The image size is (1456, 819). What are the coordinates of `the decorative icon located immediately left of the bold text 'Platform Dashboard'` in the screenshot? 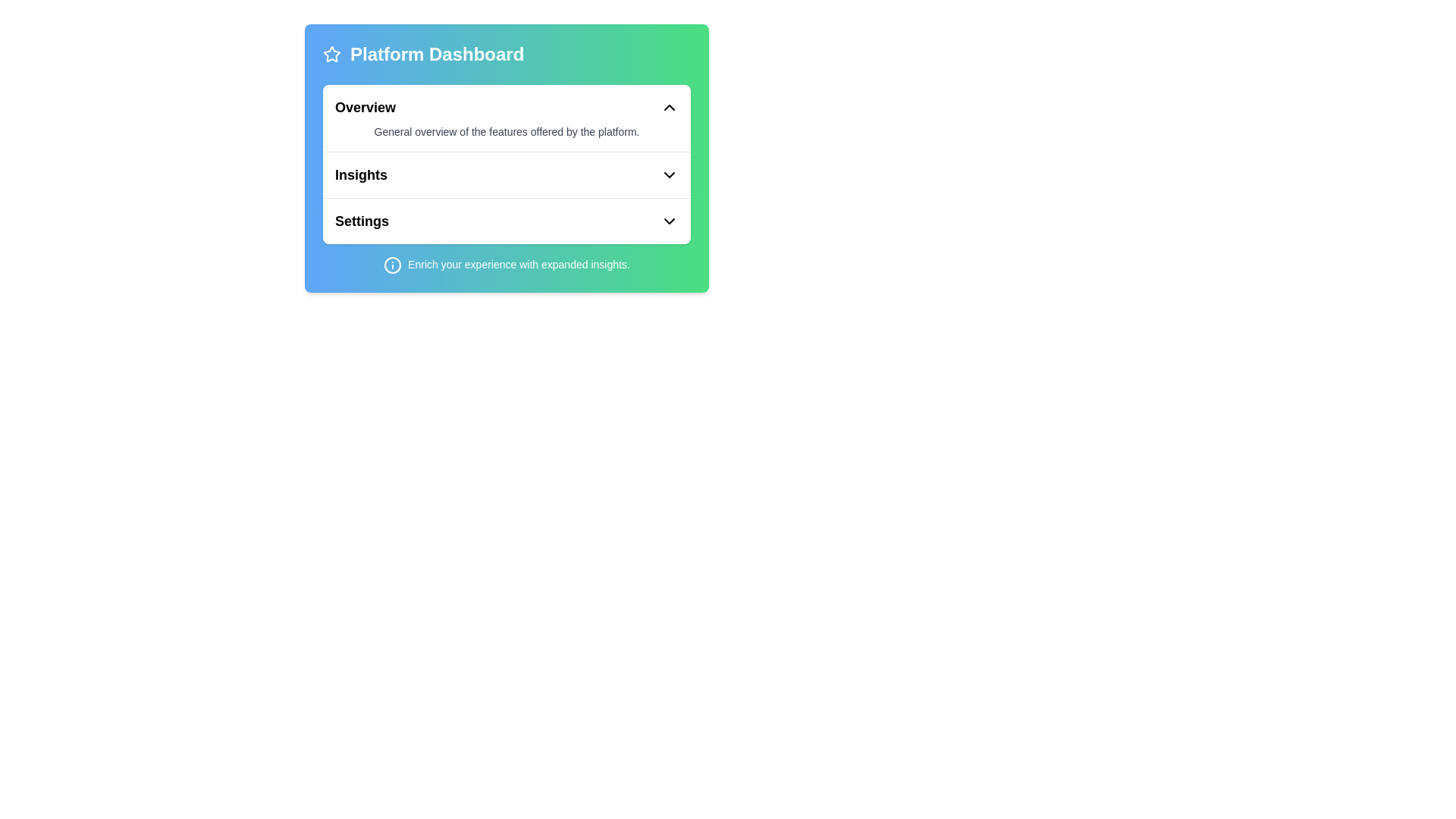 It's located at (331, 54).